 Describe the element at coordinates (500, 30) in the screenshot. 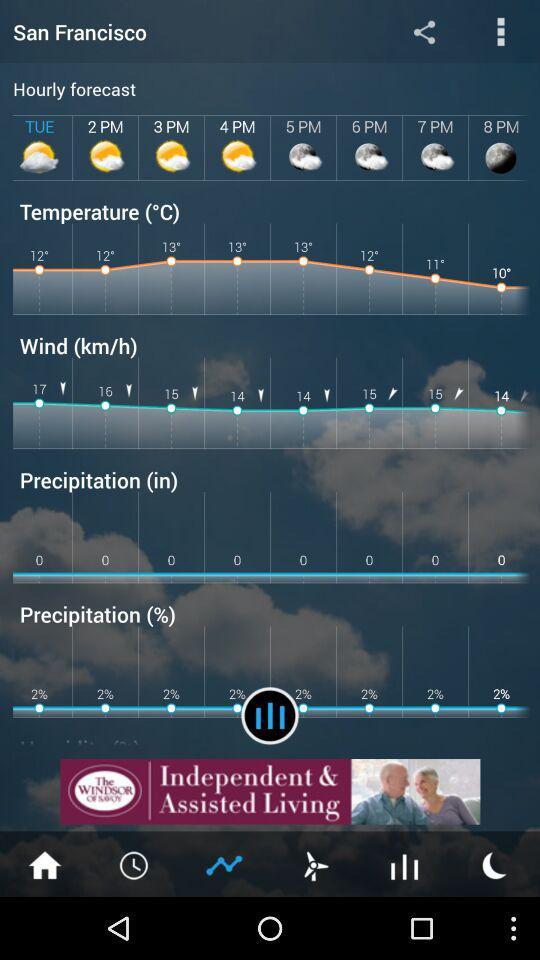

I see `open more options` at that location.